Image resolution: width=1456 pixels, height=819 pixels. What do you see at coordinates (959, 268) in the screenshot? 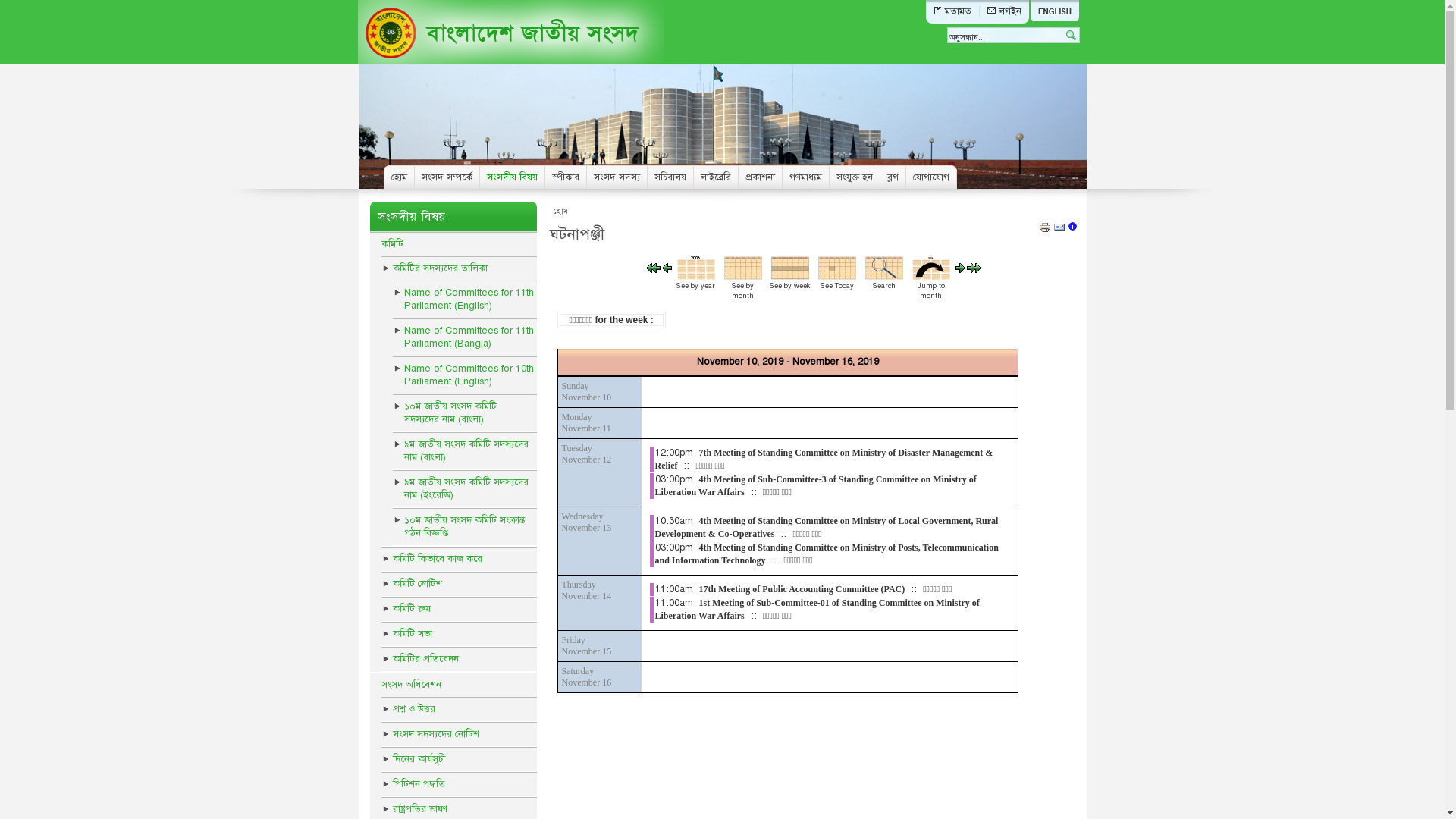
I see `'Next week'` at bounding box center [959, 268].